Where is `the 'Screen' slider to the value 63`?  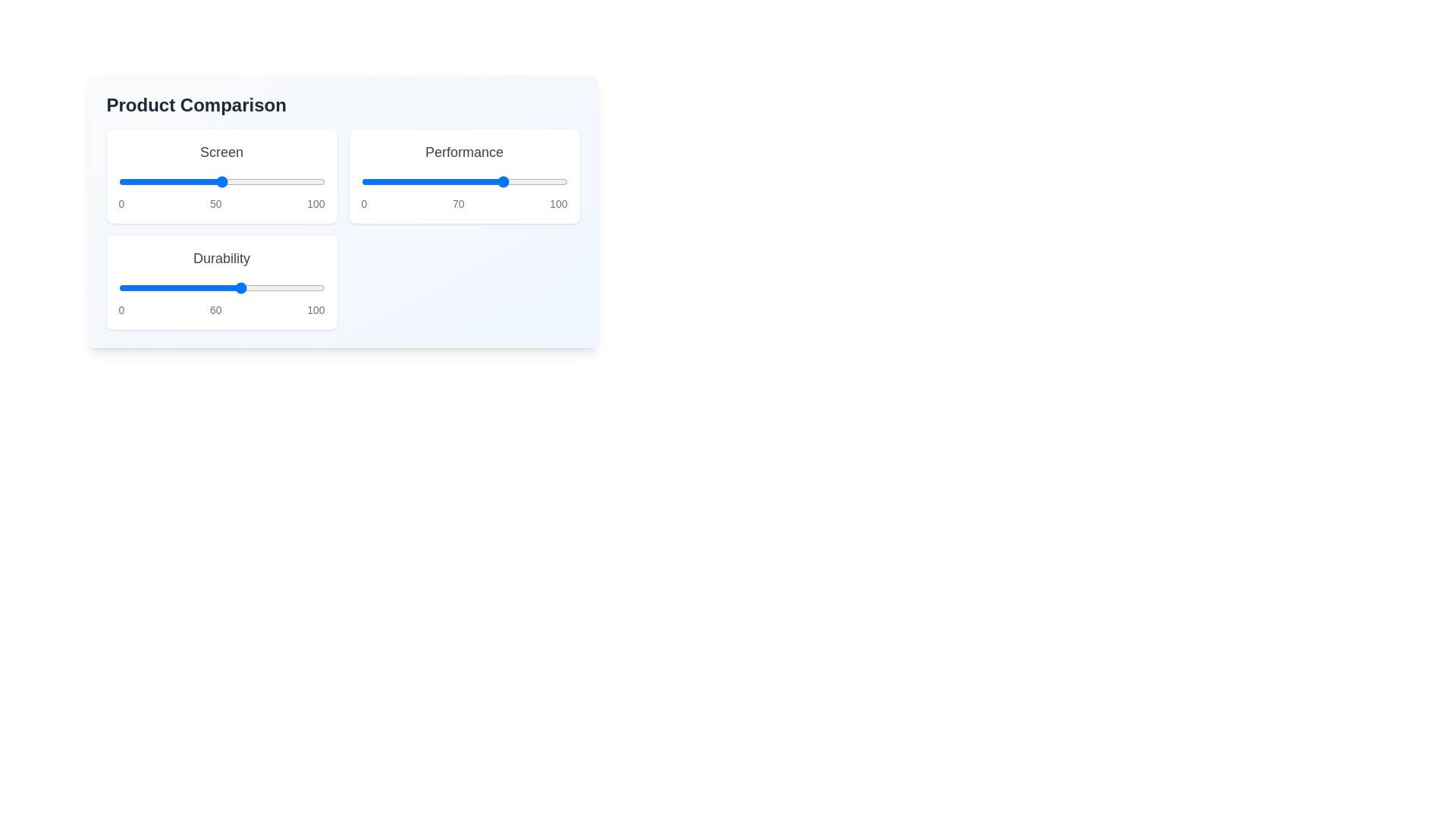
the 'Screen' slider to the value 63 is located at coordinates (248, 180).